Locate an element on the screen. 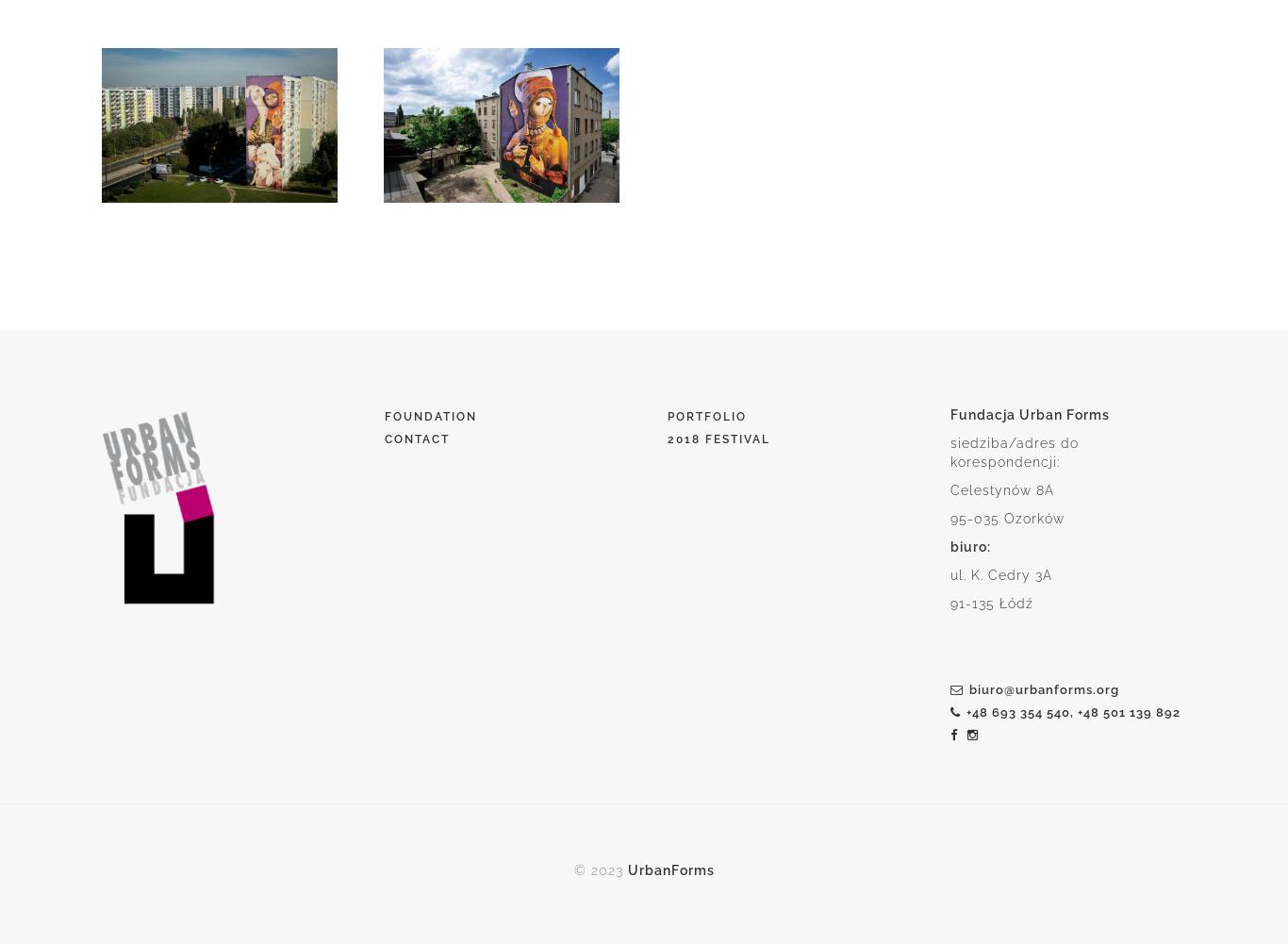 This screenshot has width=1288, height=944. 'UrbanForms' is located at coordinates (625, 870).